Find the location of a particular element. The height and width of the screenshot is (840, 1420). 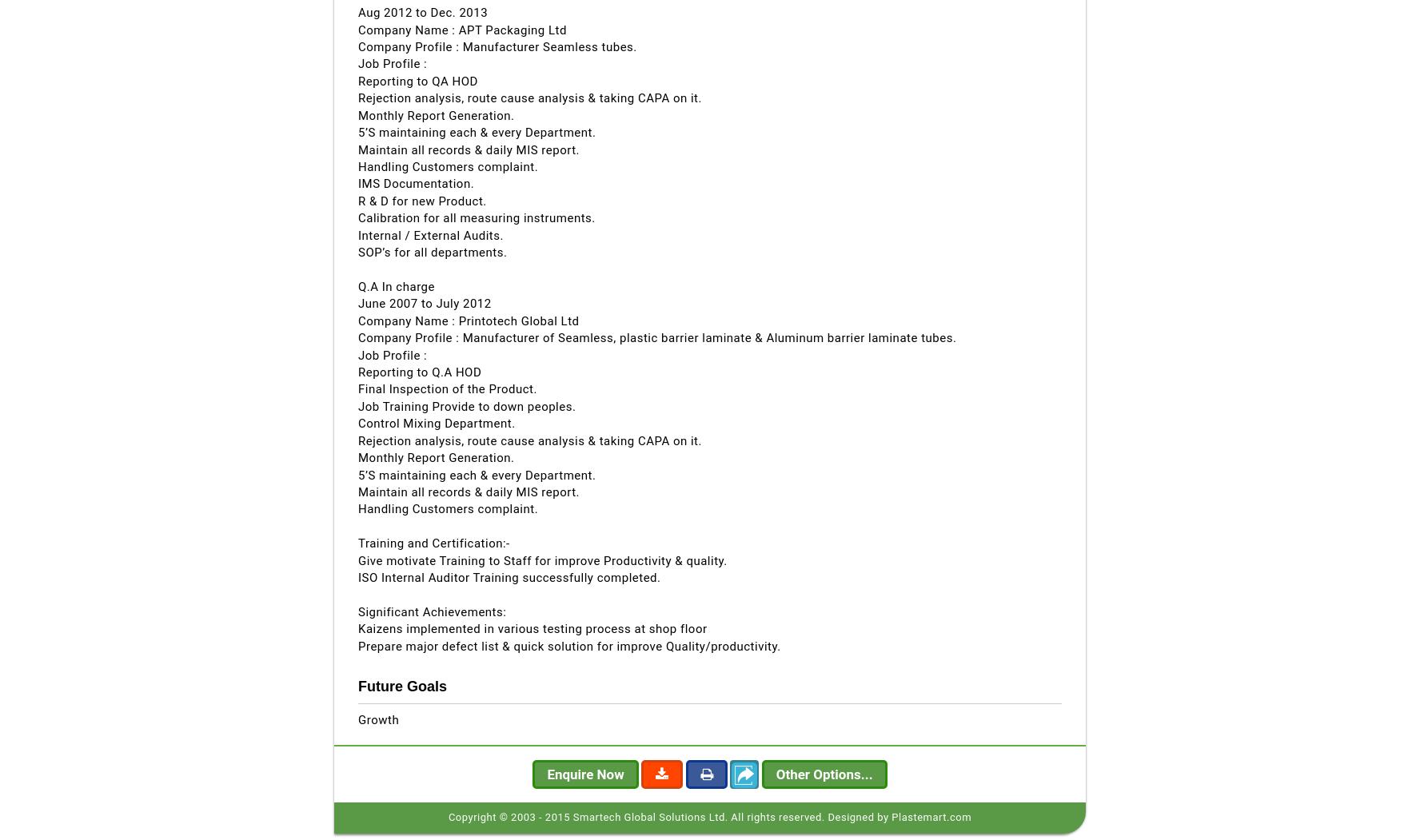

'Give motivate Training to Staff for improve Productivity & quality.' is located at coordinates (357, 559).